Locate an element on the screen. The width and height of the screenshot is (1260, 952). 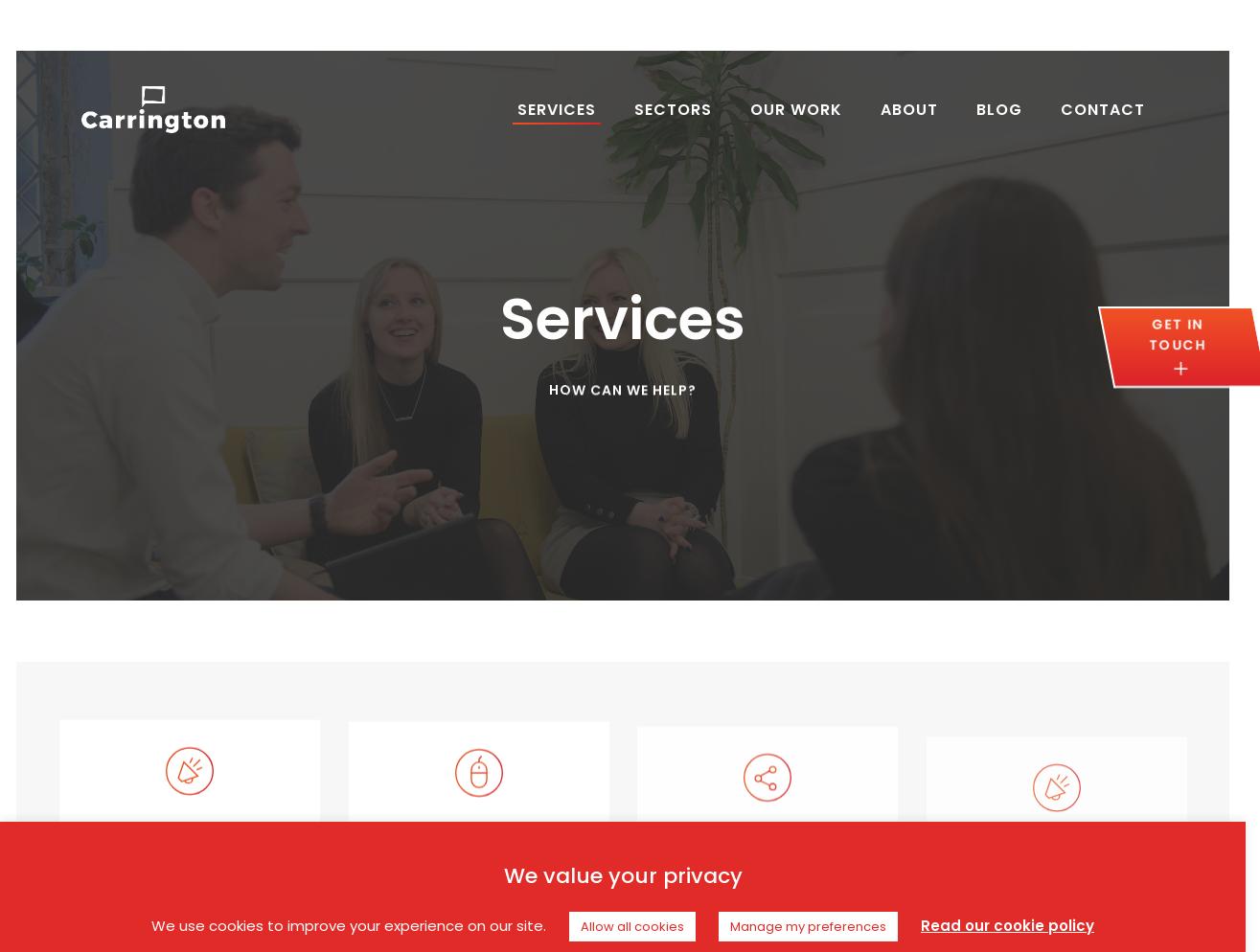
'Sectors' is located at coordinates (672, 108).